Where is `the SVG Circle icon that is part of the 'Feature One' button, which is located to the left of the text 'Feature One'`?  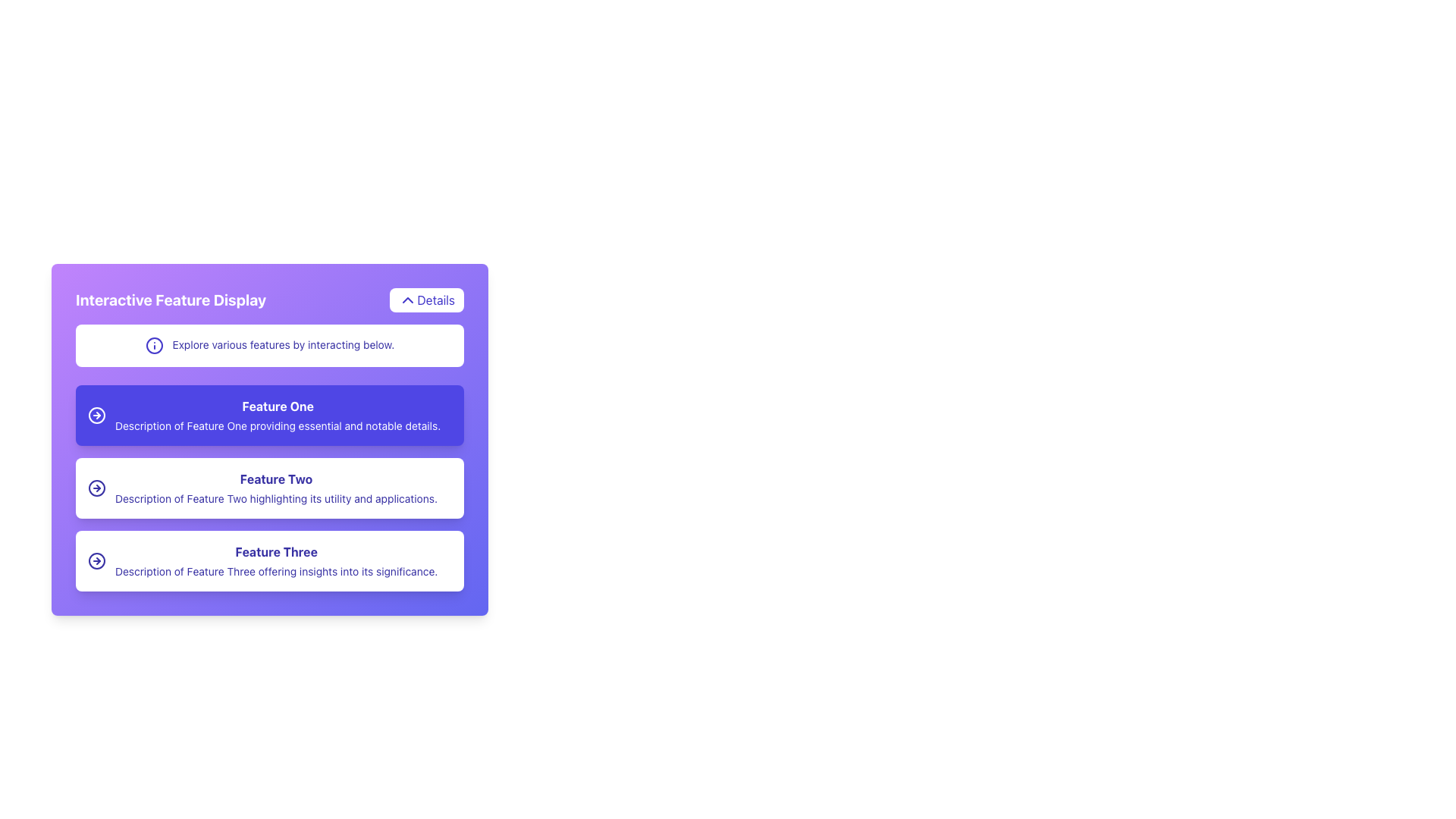
the SVG Circle icon that is part of the 'Feature One' button, which is located to the left of the text 'Feature One' is located at coordinates (96, 415).